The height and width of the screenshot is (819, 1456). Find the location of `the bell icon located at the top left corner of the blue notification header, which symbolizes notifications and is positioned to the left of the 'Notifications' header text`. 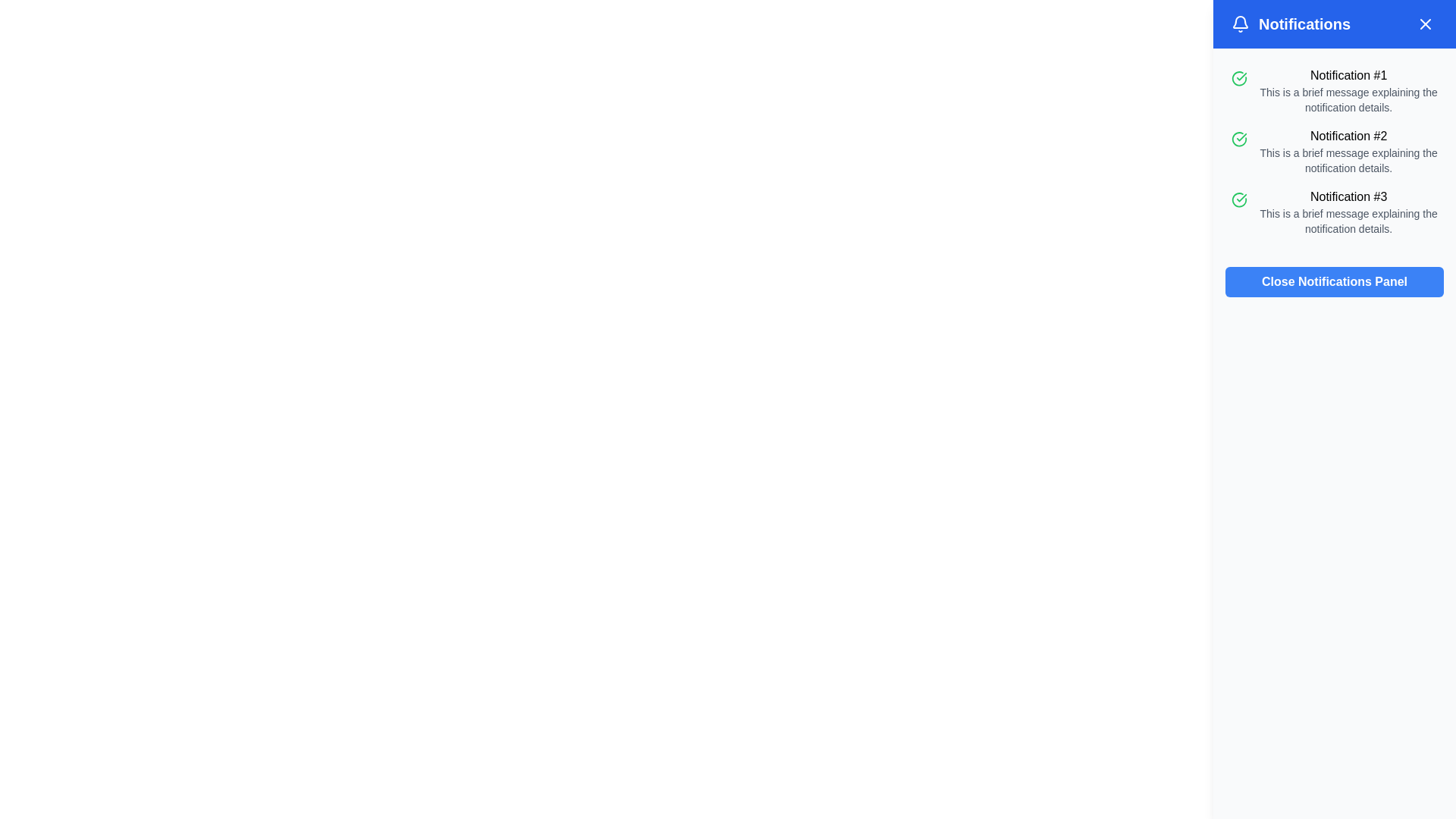

the bell icon located at the top left corner of the blue notification header, which symbolizes notifications and is positioned to the left of the 'Notifications' header text is located at coordinates (1241, 24).